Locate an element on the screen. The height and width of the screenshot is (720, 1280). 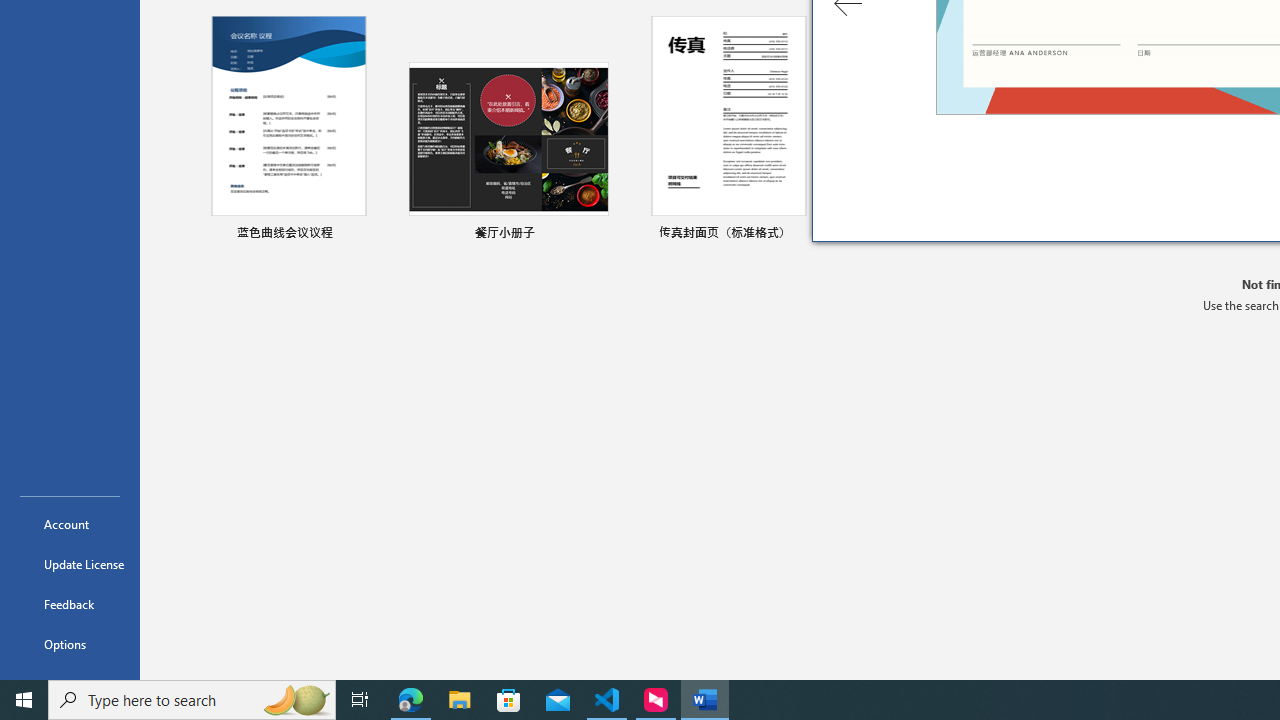
'Start' is located at coordinates (24, 698).